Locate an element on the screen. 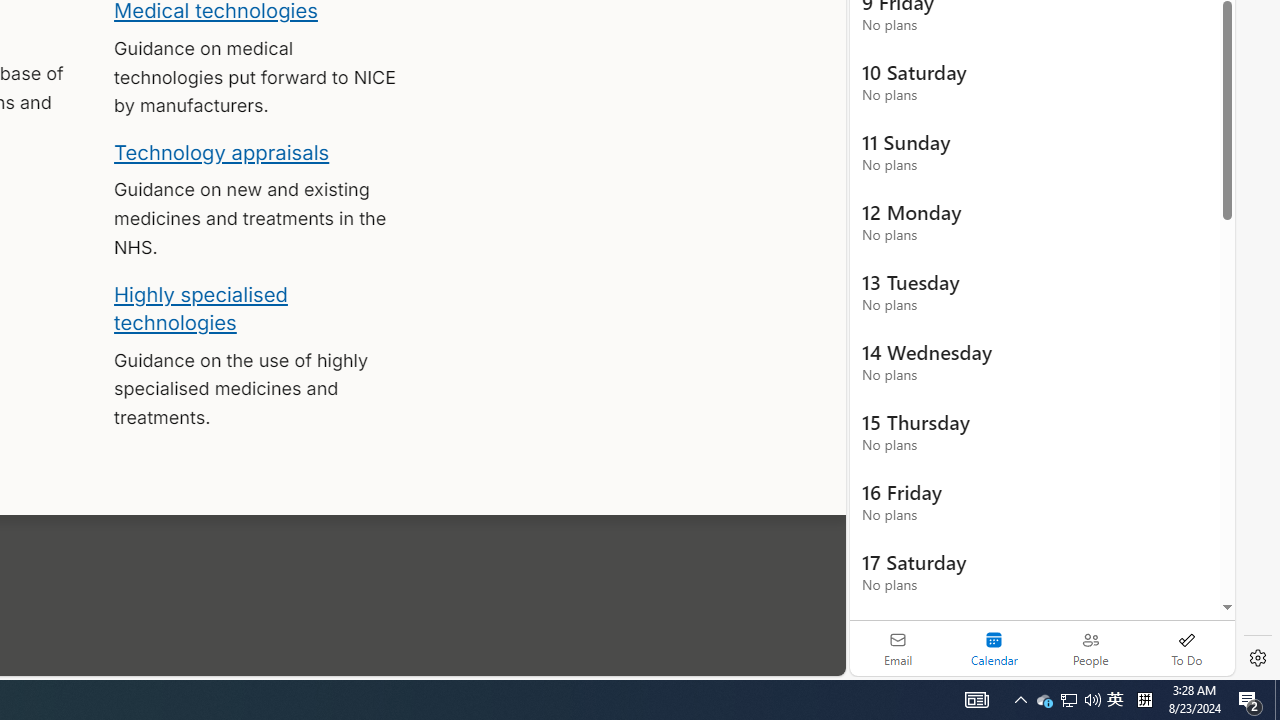  'People' is located at coordinates (1089, 648).